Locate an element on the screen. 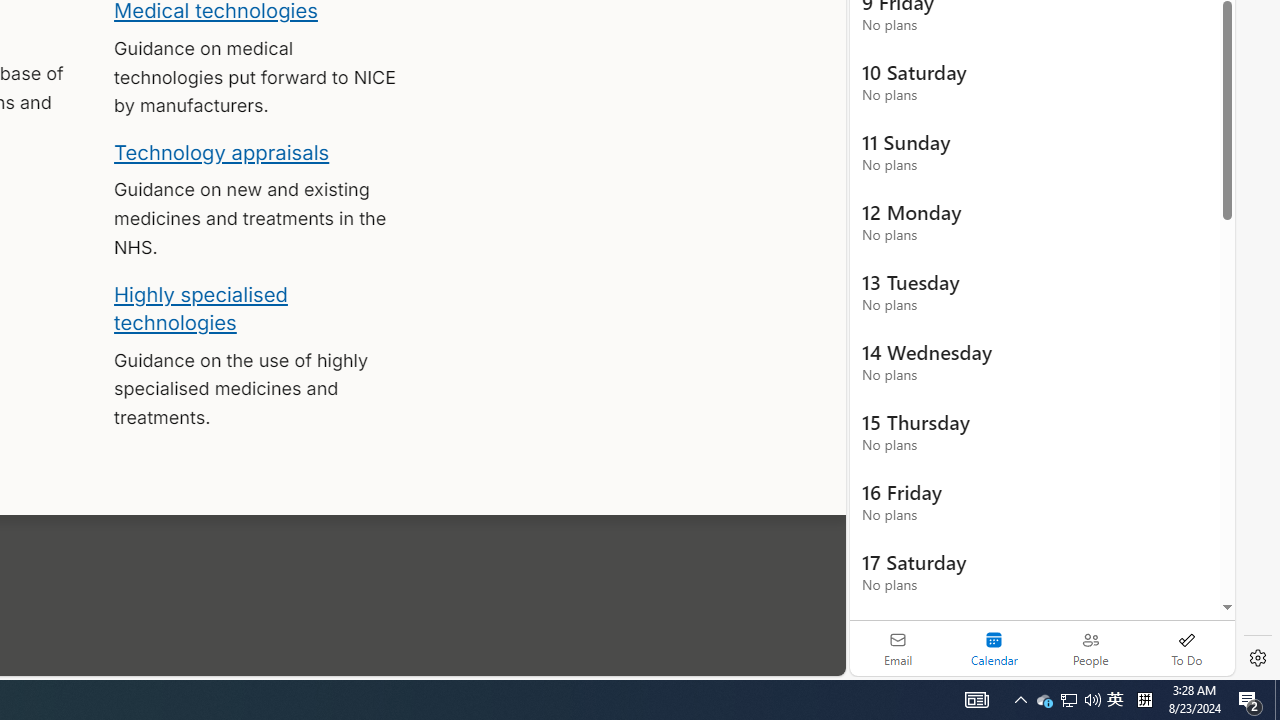  'People' is located at coordinates (1089, 648).